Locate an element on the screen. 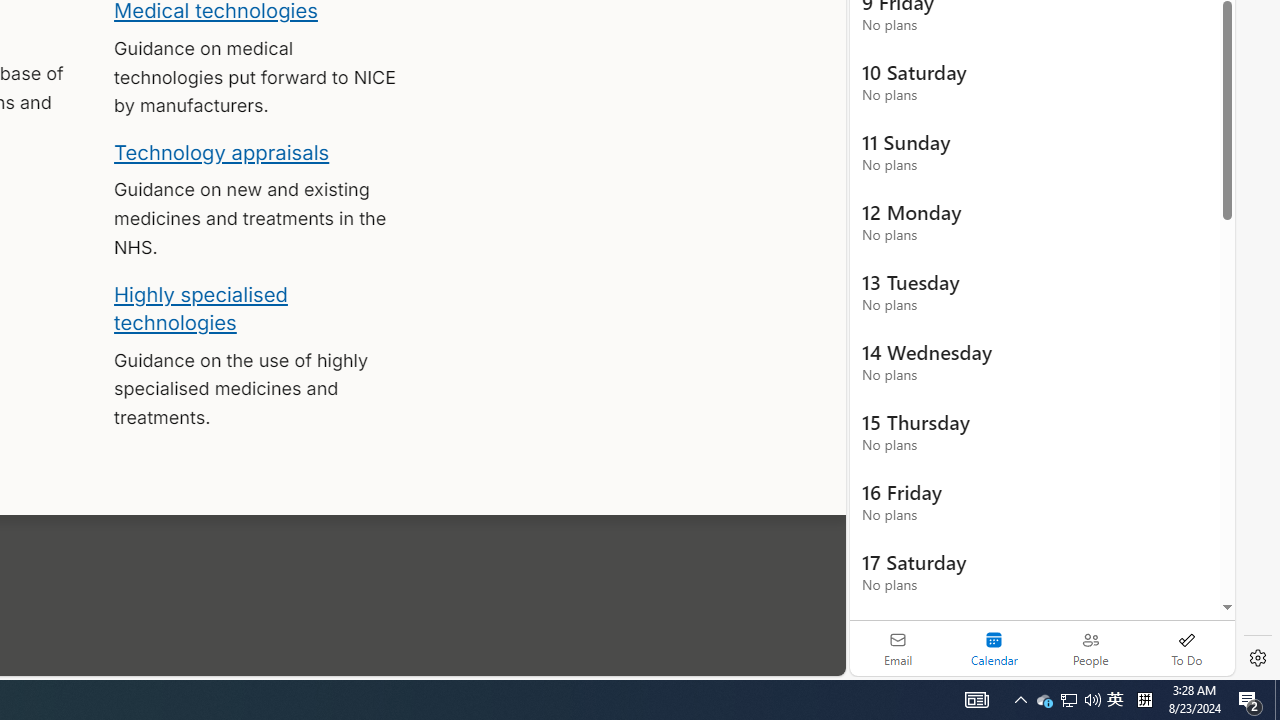  'People' is located at coordinates (1089, 648).